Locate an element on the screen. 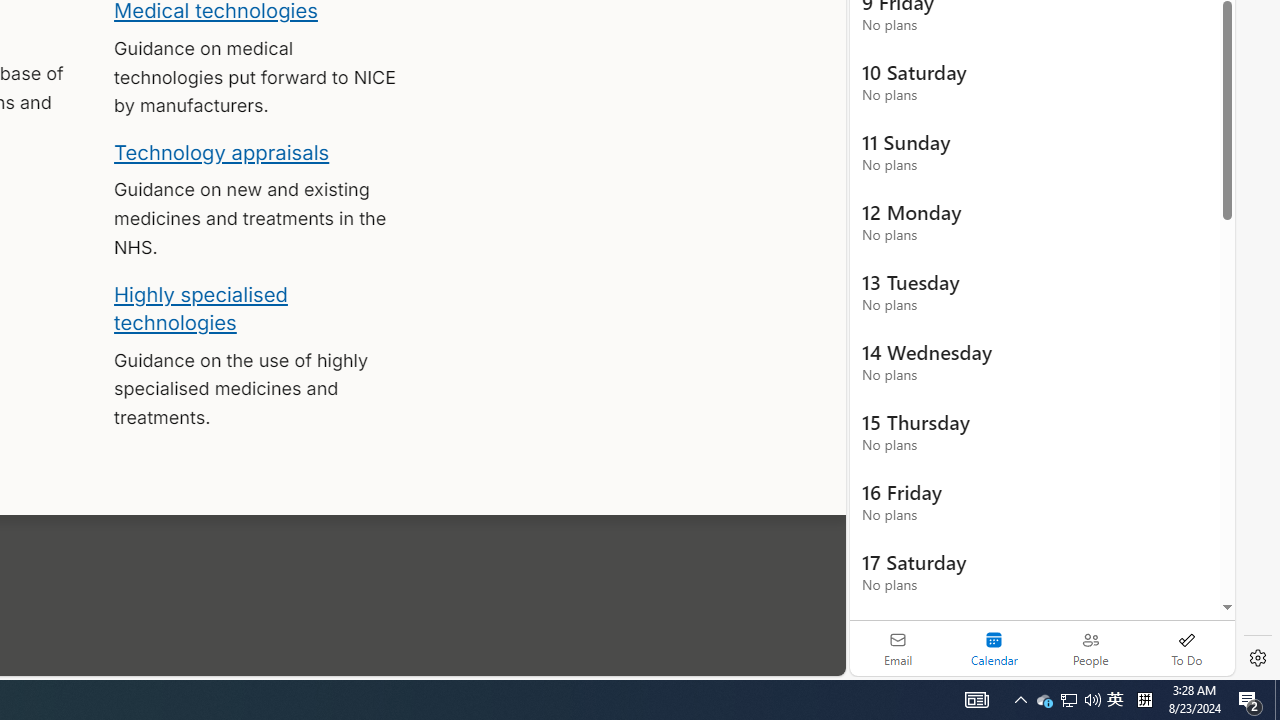  'People' is located at coordinates (1089, 648).